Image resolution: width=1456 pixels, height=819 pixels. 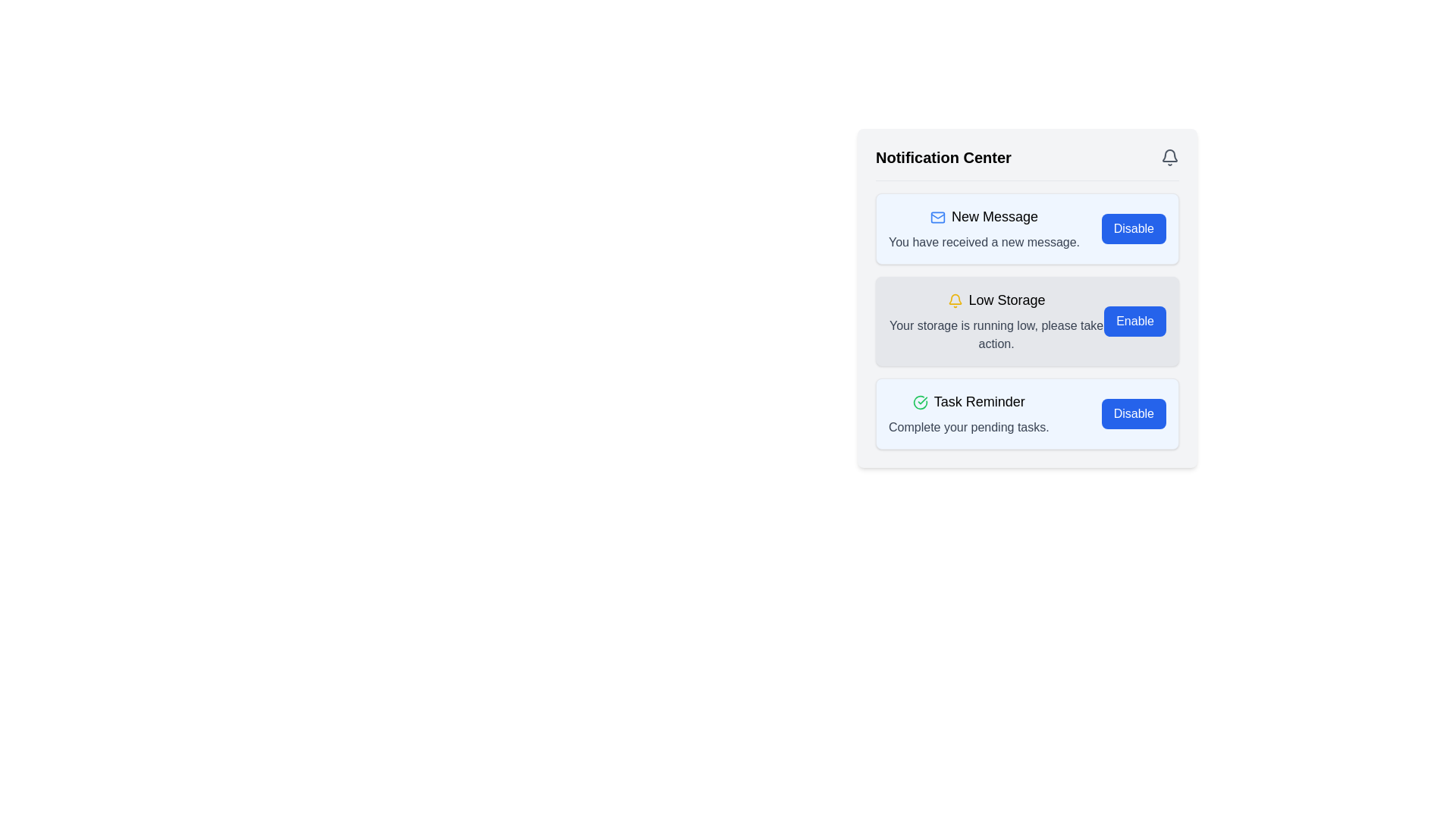 I want to click on the small rectangular shape with rounded corners that is part of the envelope icon, positioned to the left of the 'New Message' text, so click(x=937, y=218).